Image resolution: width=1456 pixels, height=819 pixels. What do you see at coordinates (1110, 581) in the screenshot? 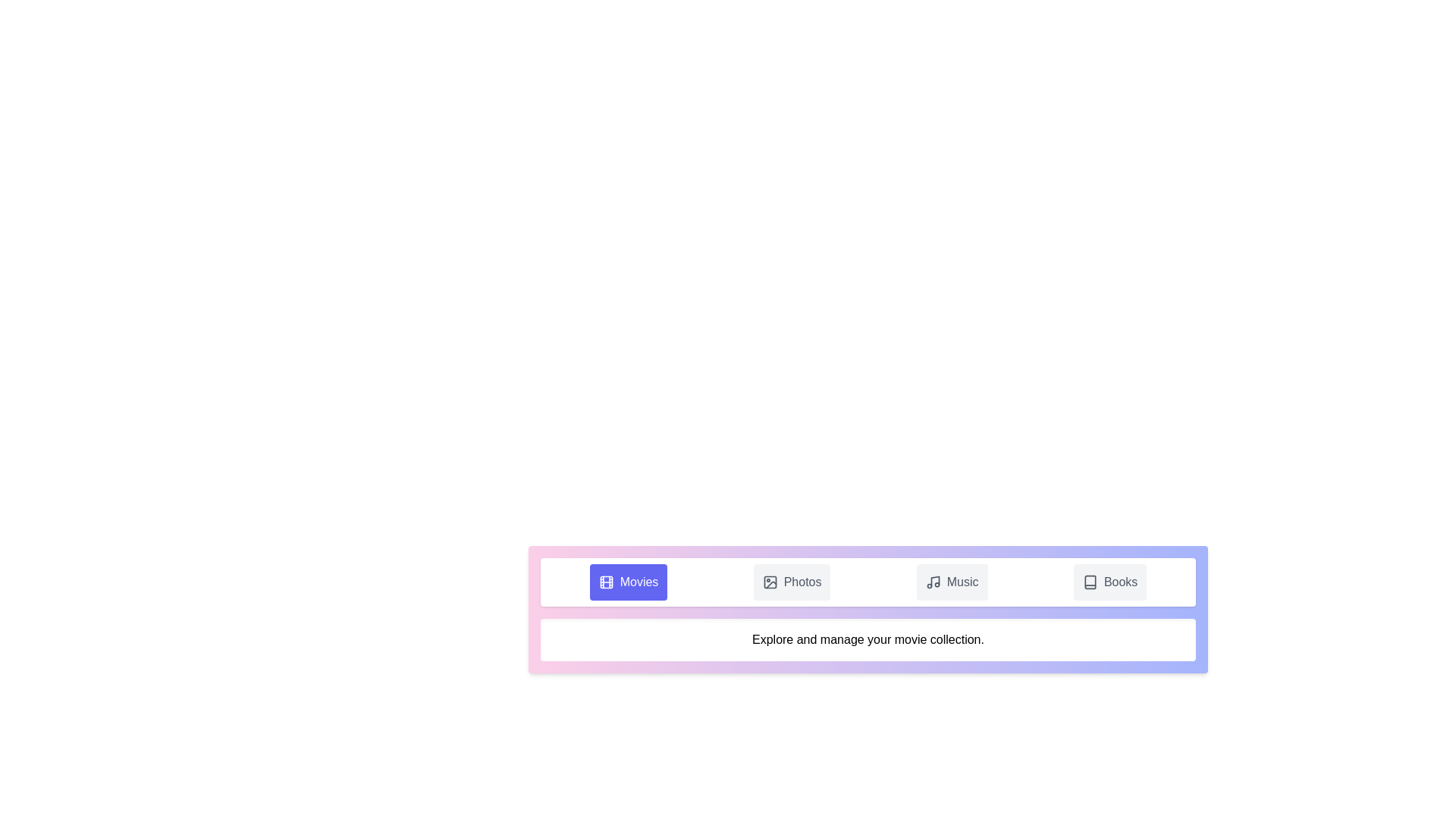
I see `the Books tab by clicking on its button` at bounding box center [1110, 581].